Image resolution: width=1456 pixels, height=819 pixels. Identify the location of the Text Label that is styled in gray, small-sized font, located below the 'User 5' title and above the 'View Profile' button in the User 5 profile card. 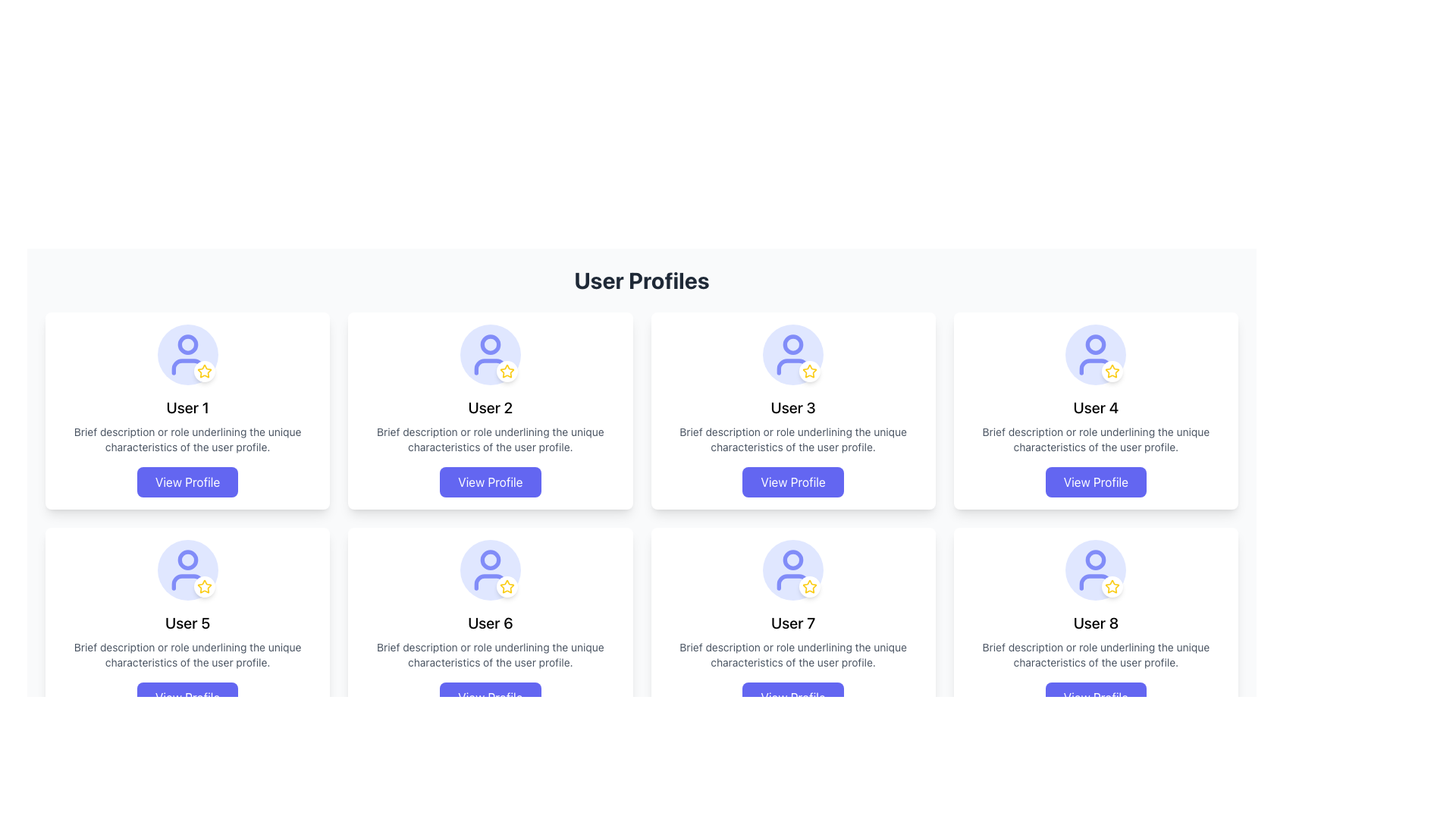
(187, 654).